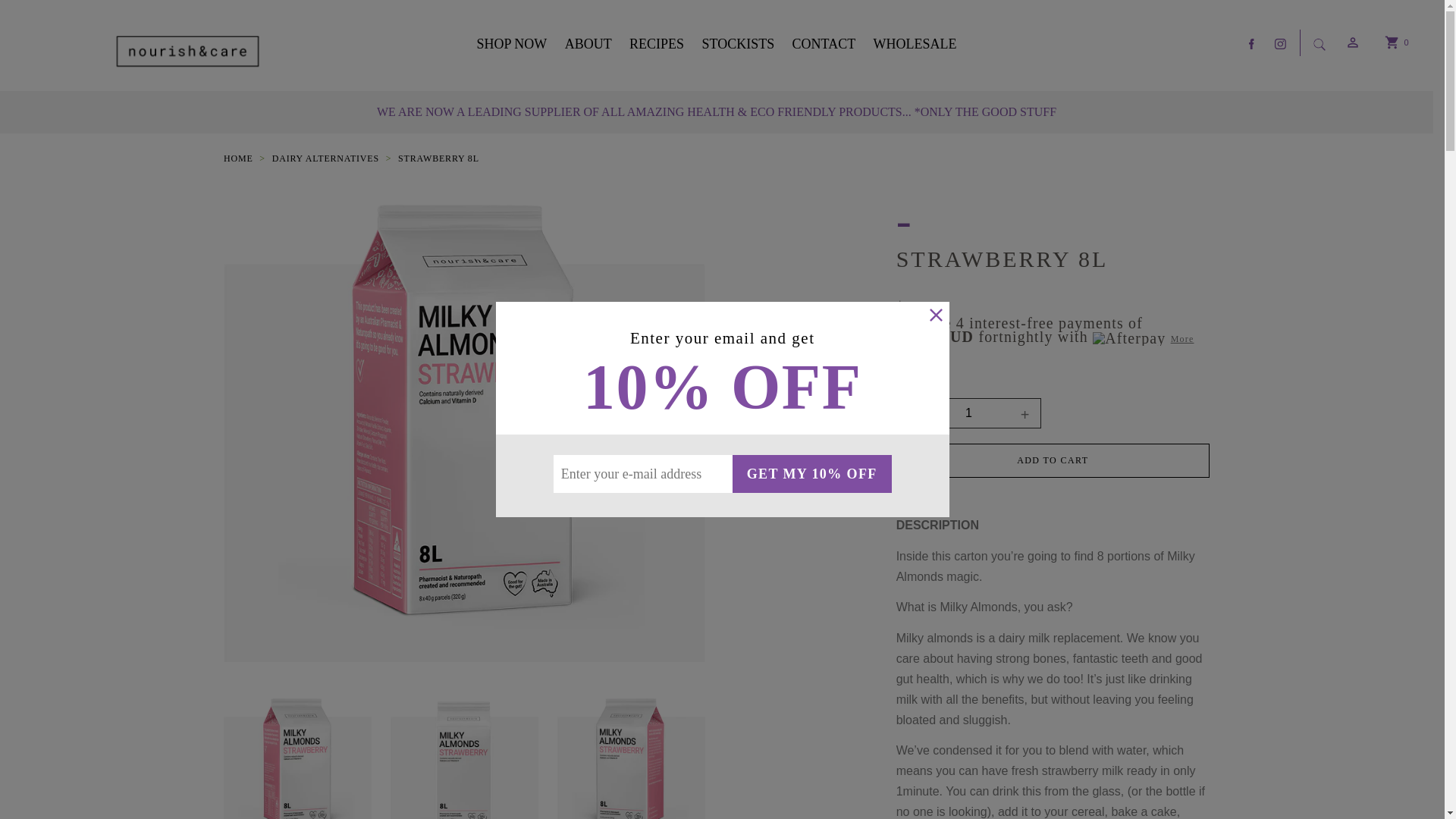 This screenshot has height=819, width=1456. Describe the element at coordinates (325, 158) in the screenshot. I see `'DAIRY ALTERNATIVES'` at that location.